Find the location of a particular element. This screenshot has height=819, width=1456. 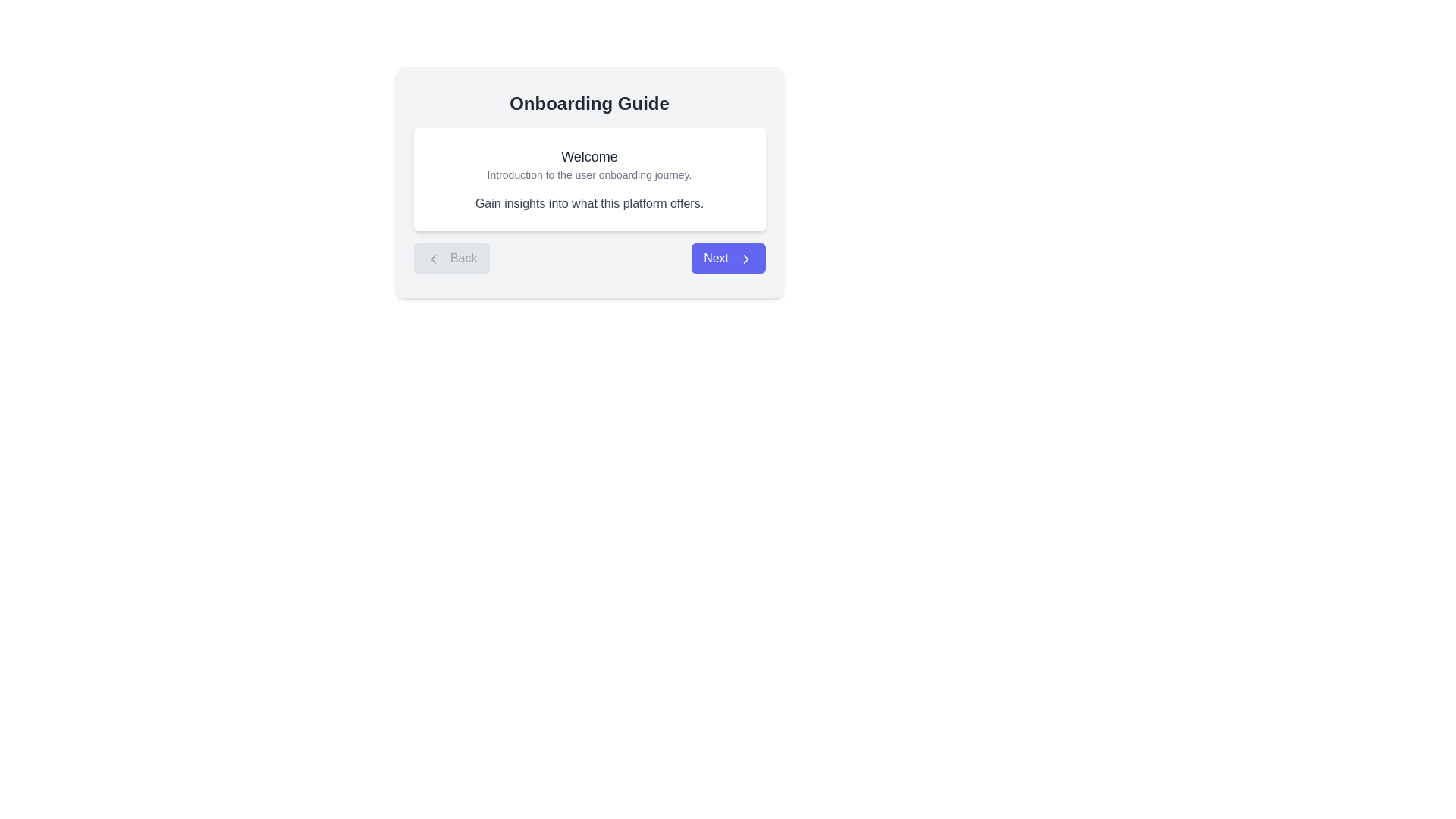

the 'Back' button with a left-arrow icon is located at coordinates (450, 257).